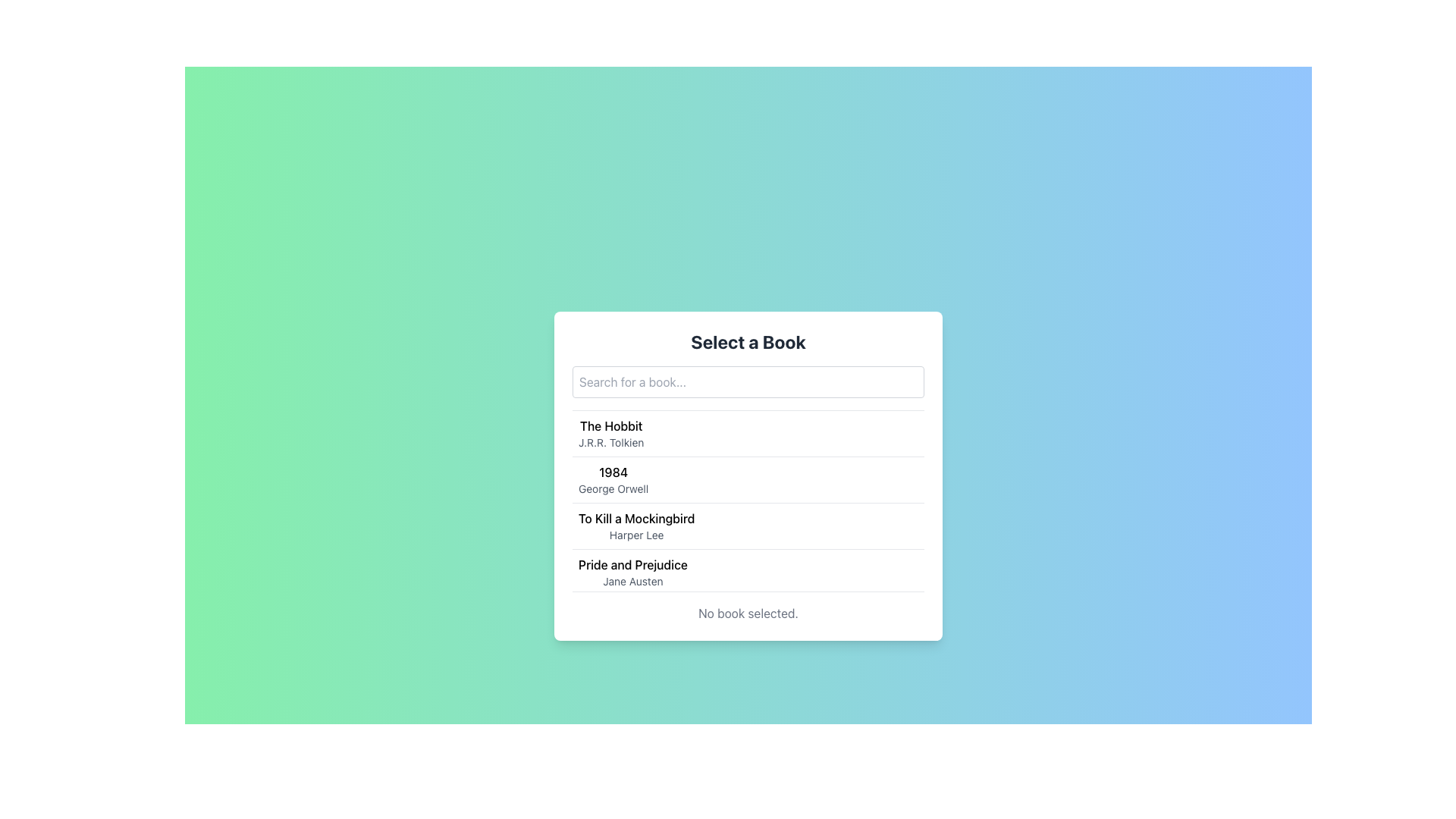 This screenshot has width=1456, height=819. I want to click on the book title label that identifies the book in the list, located above the 'George Orwell' author name text, so click(613, 472).